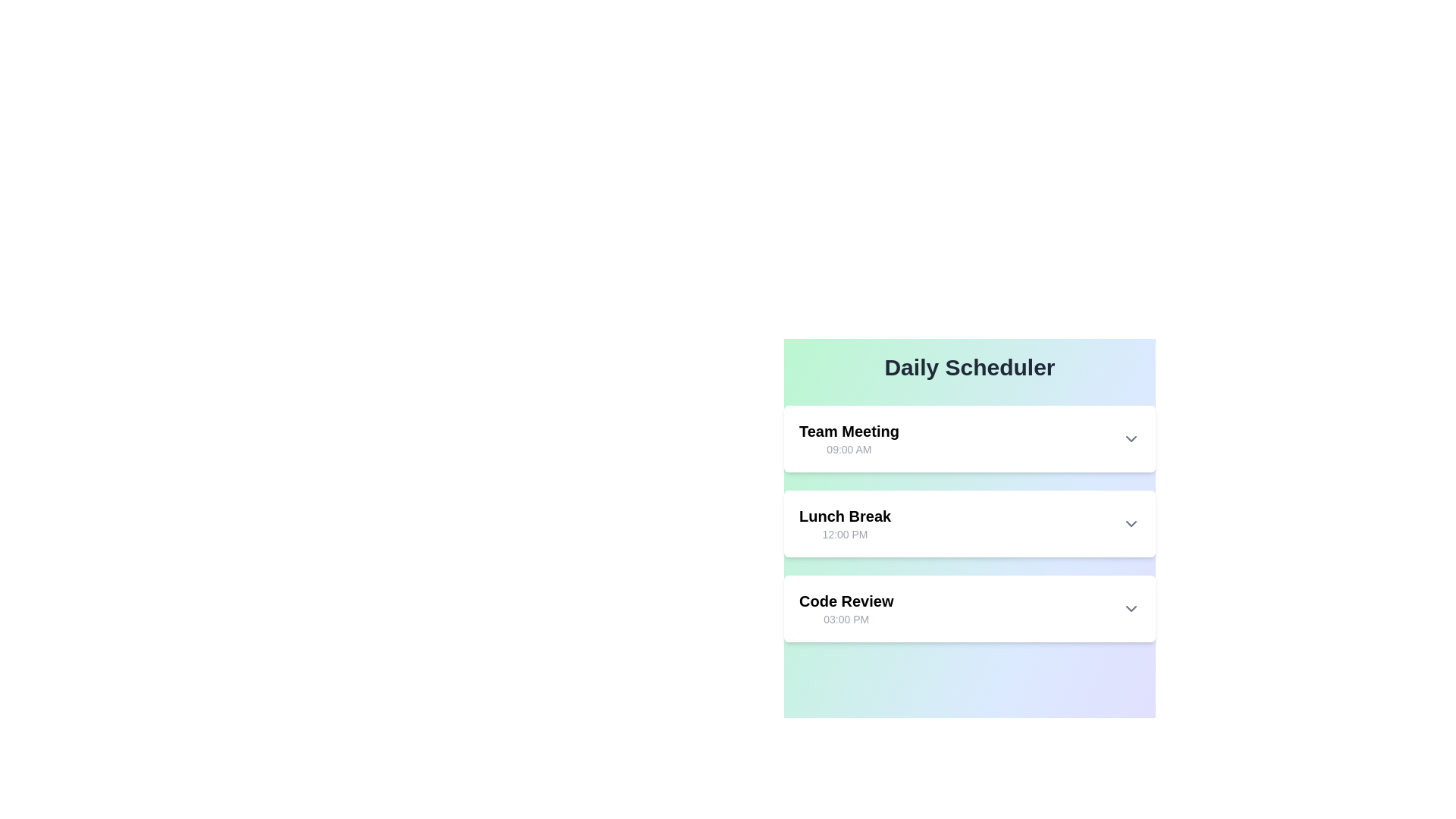  Describe the element at coordinates (1131, 607) in the screenshot. I see `the downward-facing chevron arrow icon located to the far-right of the 'Code Review' section in the 'Daily Scheduler' interface` at that location.